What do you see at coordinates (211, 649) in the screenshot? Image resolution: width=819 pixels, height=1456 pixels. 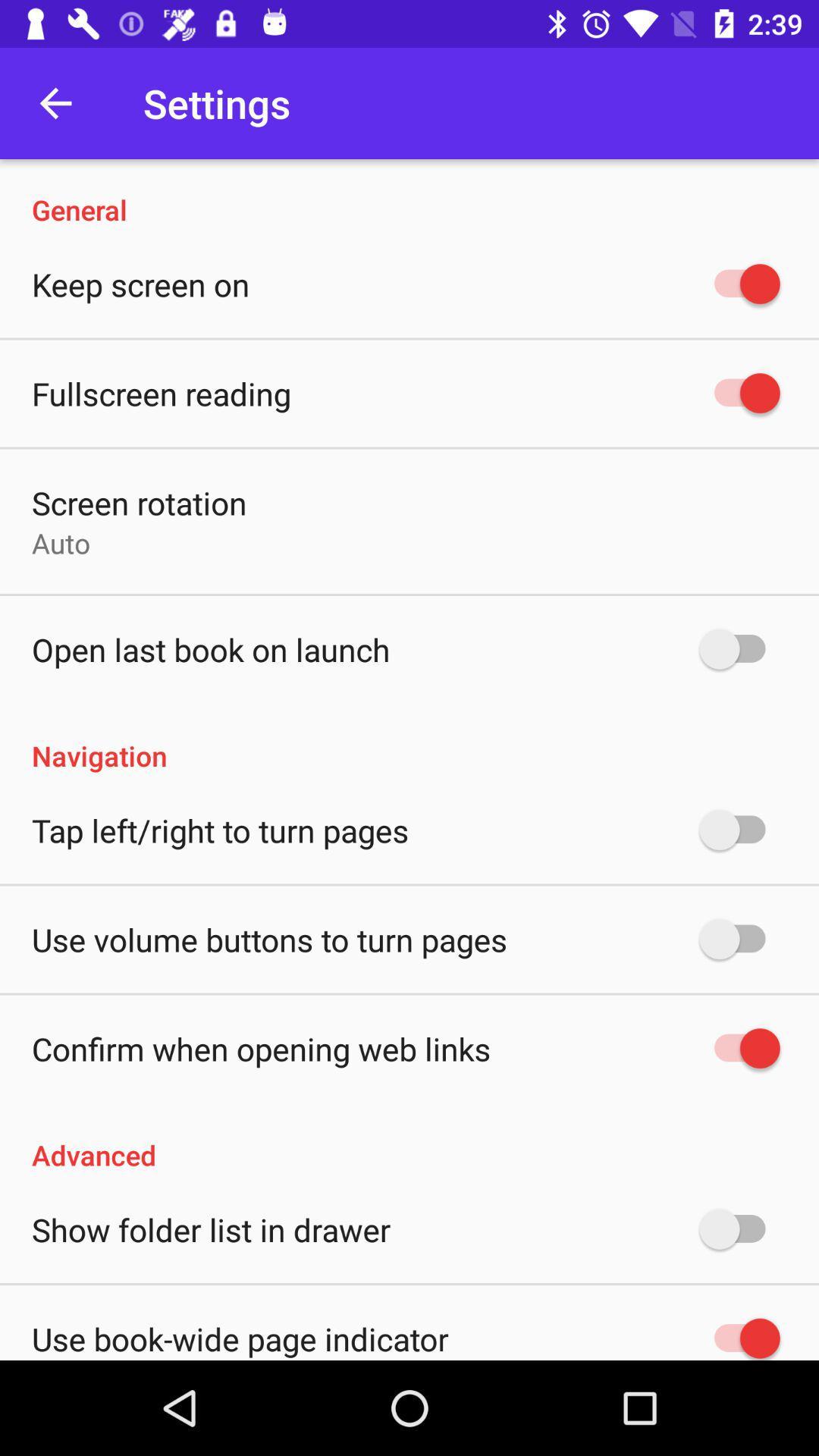 I see `the icon above the navigation item` at bounding box center [211, 649].